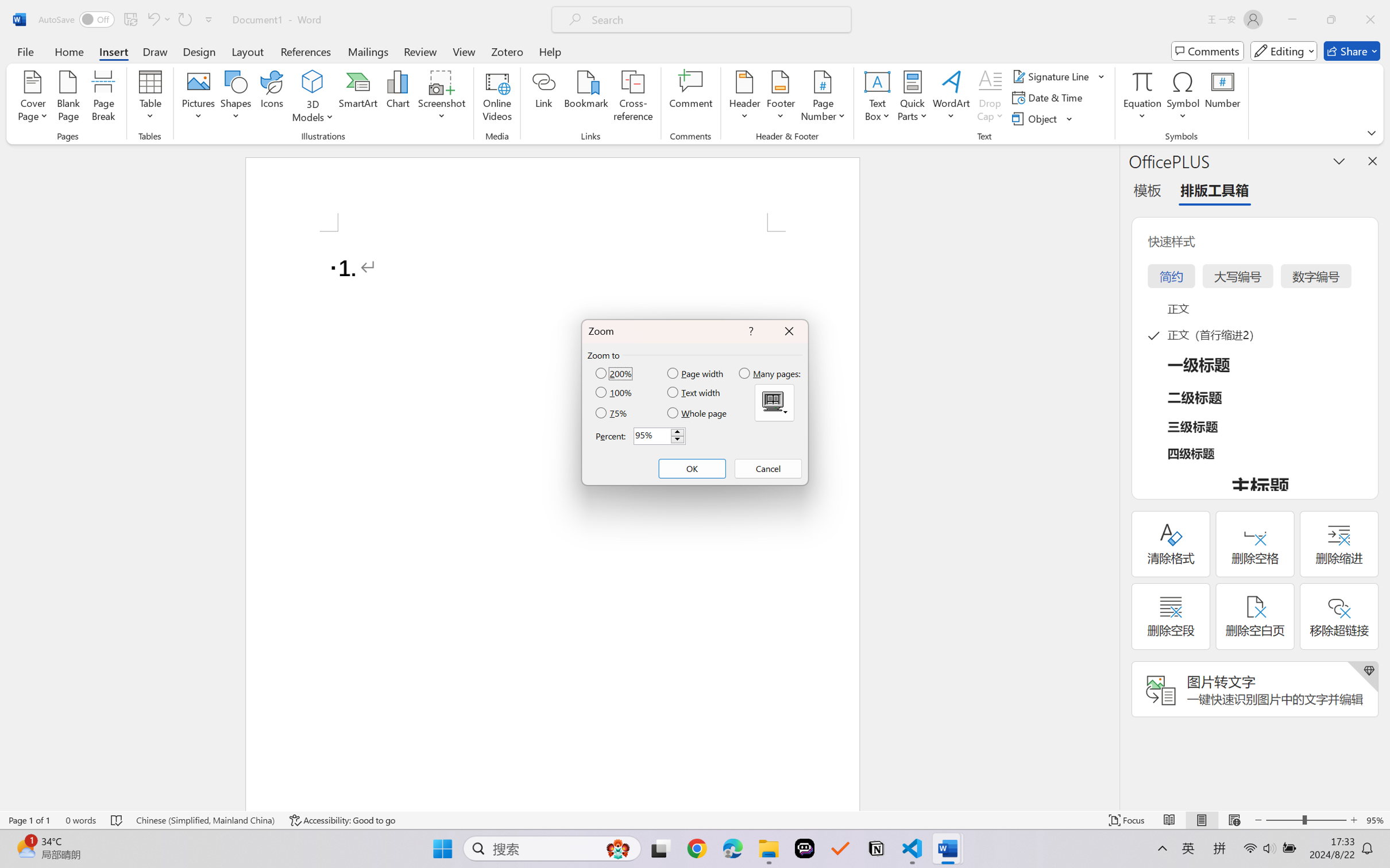 The height and width of the screenshot is (868, 1390). I want to click on 'Cancel', so click(768, 468).